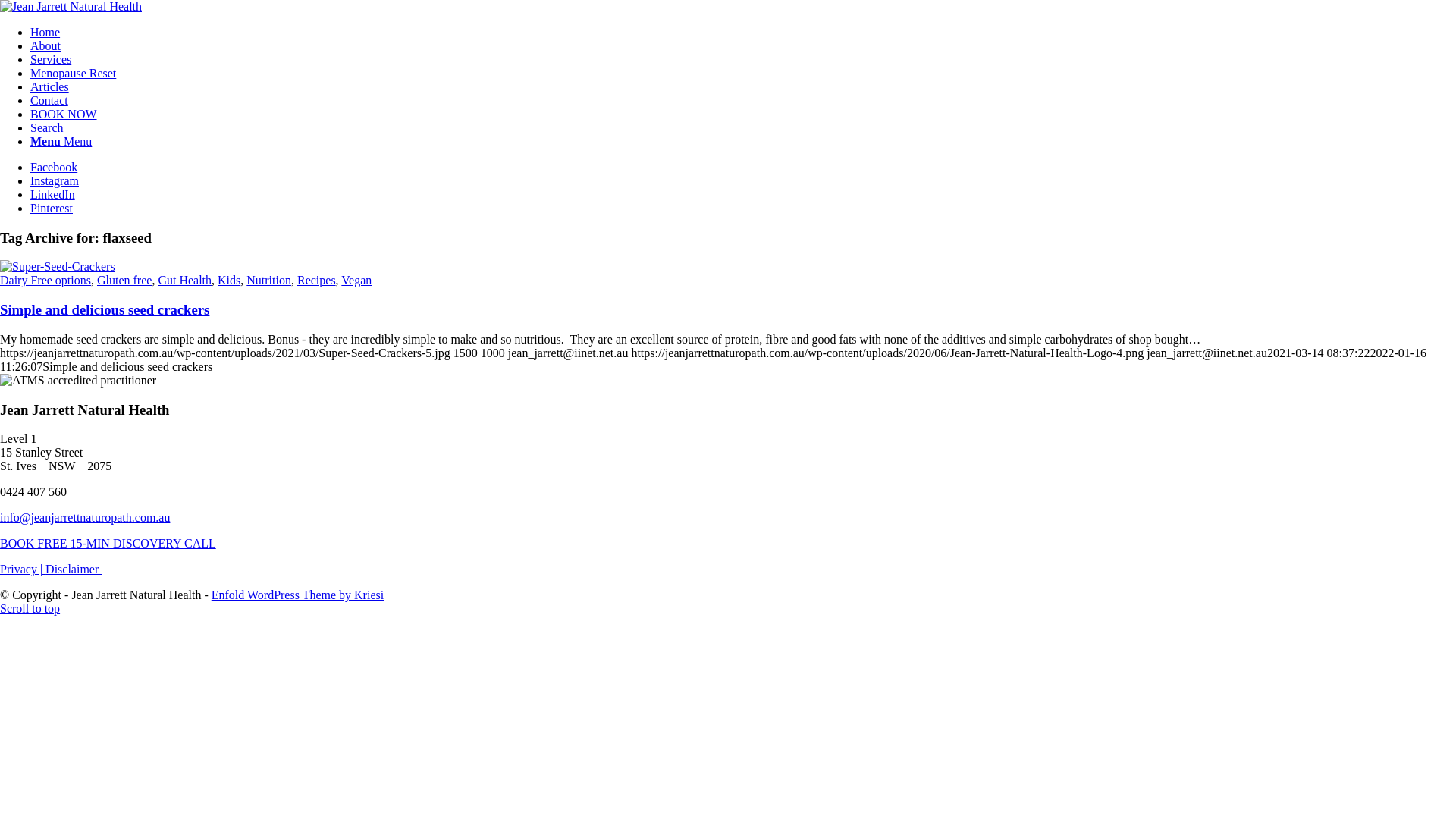  What do you see at coordinates (47, 127) in the screenshot?
I see `'Search'` at bounding box center [47, 127].